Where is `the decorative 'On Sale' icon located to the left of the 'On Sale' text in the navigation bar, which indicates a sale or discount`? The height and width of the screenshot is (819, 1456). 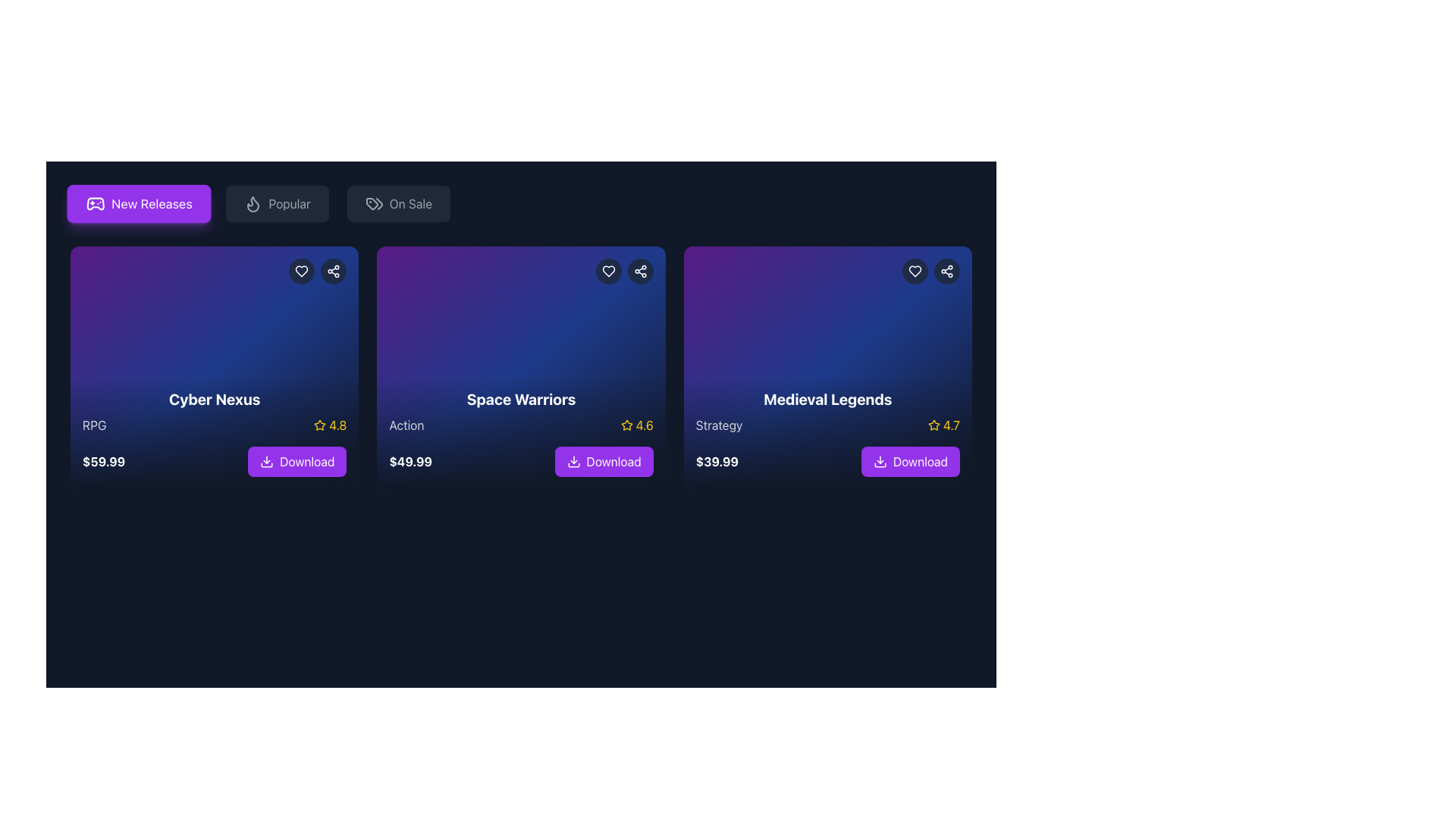 the decorative 'On Sale' icon located to the left of the 'On Sale' text in the navigation bar, which indicates a sale or discount is located at coordinates (374, 203).